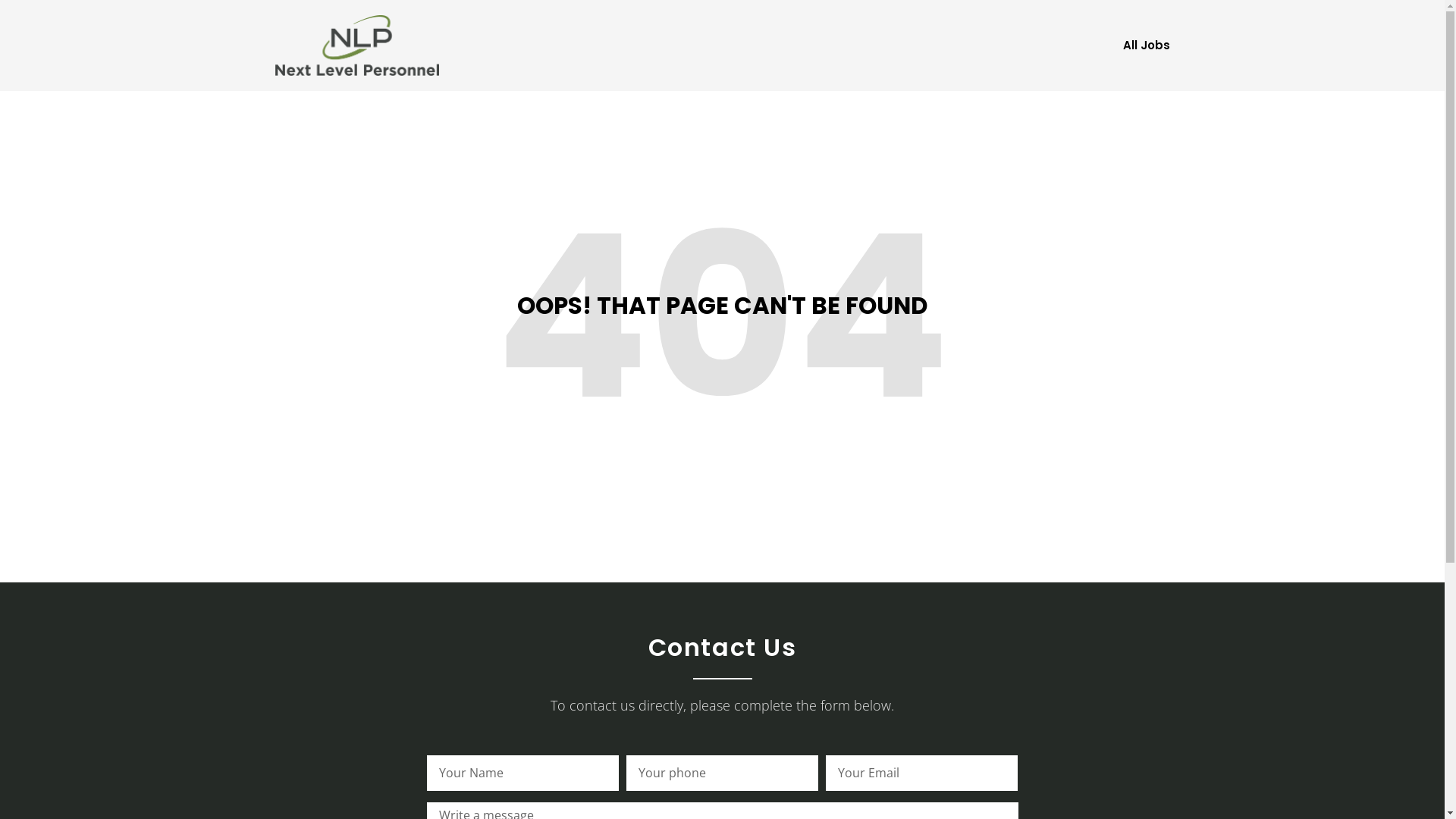 Image resolution: width=1456 pixels, height=819 pixels. Describe the element at coordinates (1146, 45) in the screenshot. I see `'All Jobs'` at that location.